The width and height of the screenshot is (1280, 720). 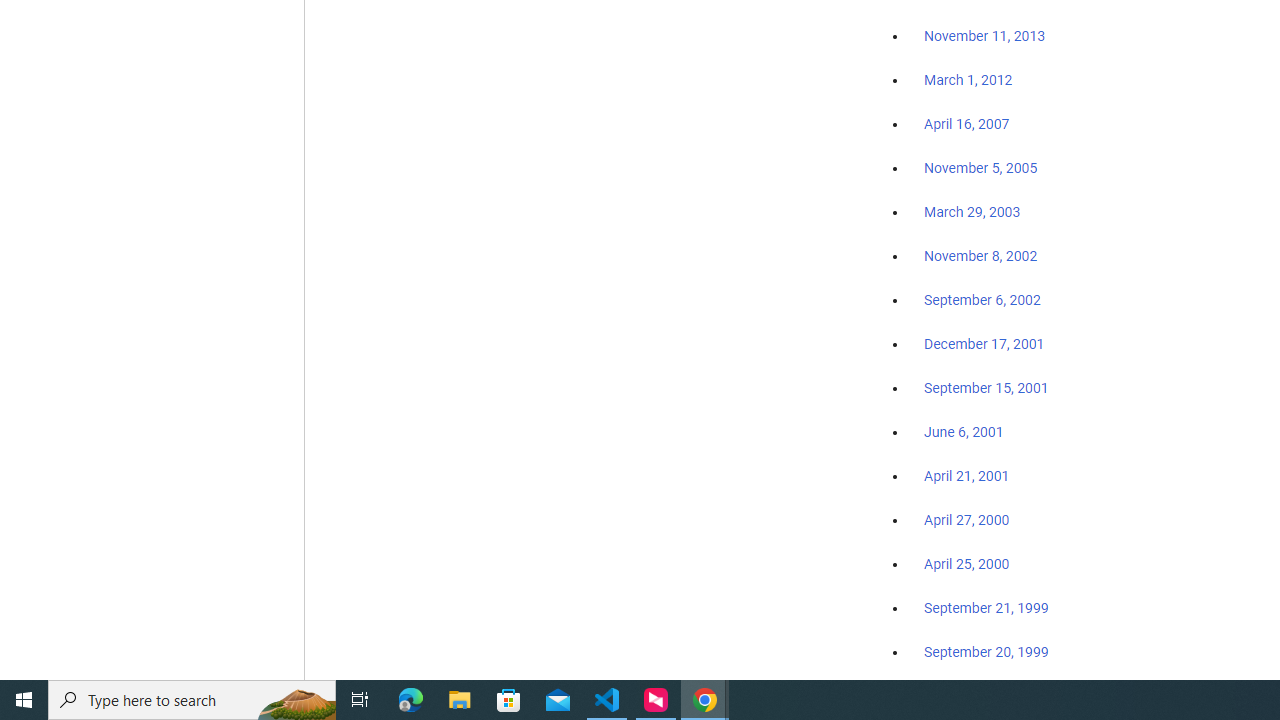 What do you see at coordinates (986, 387) in the screenshot?
I see `'September 15, 2001'` at bounding box center [986, 387].